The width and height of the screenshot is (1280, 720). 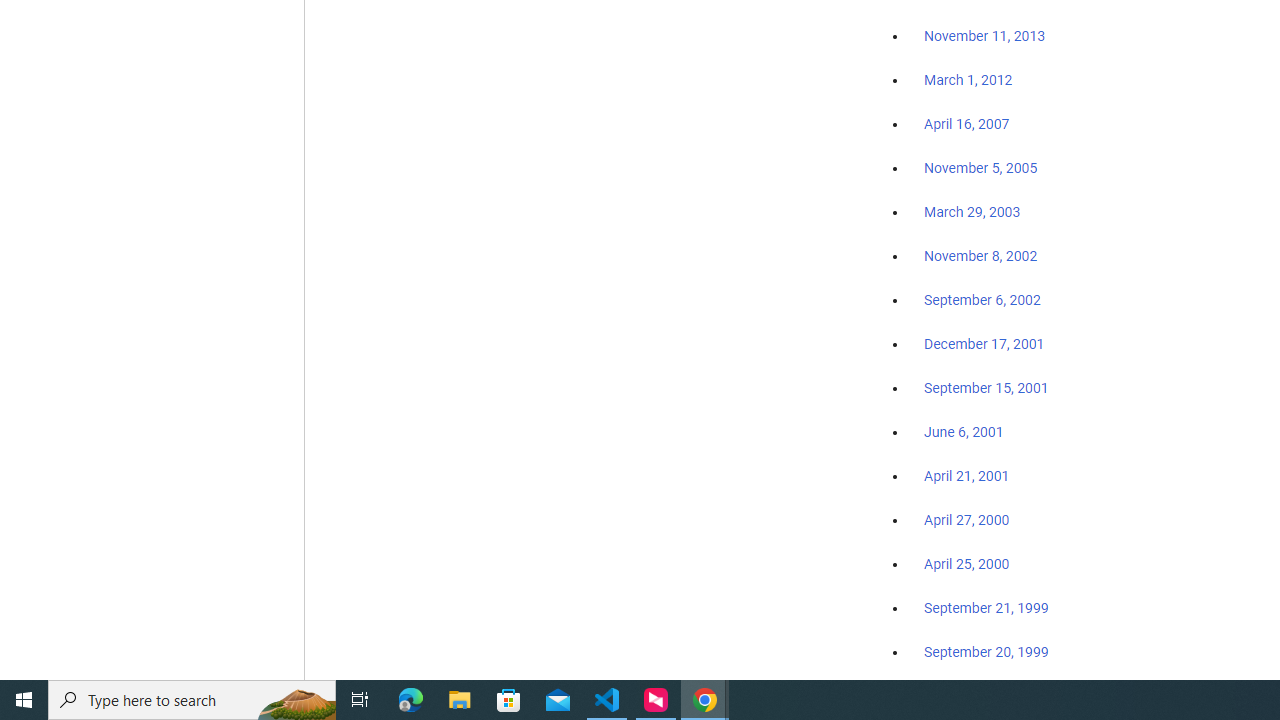 What do you see at coordinates (986, 387) in the screenshot?
I see `'September 15, 2001'` at bounding box center [986, 387].